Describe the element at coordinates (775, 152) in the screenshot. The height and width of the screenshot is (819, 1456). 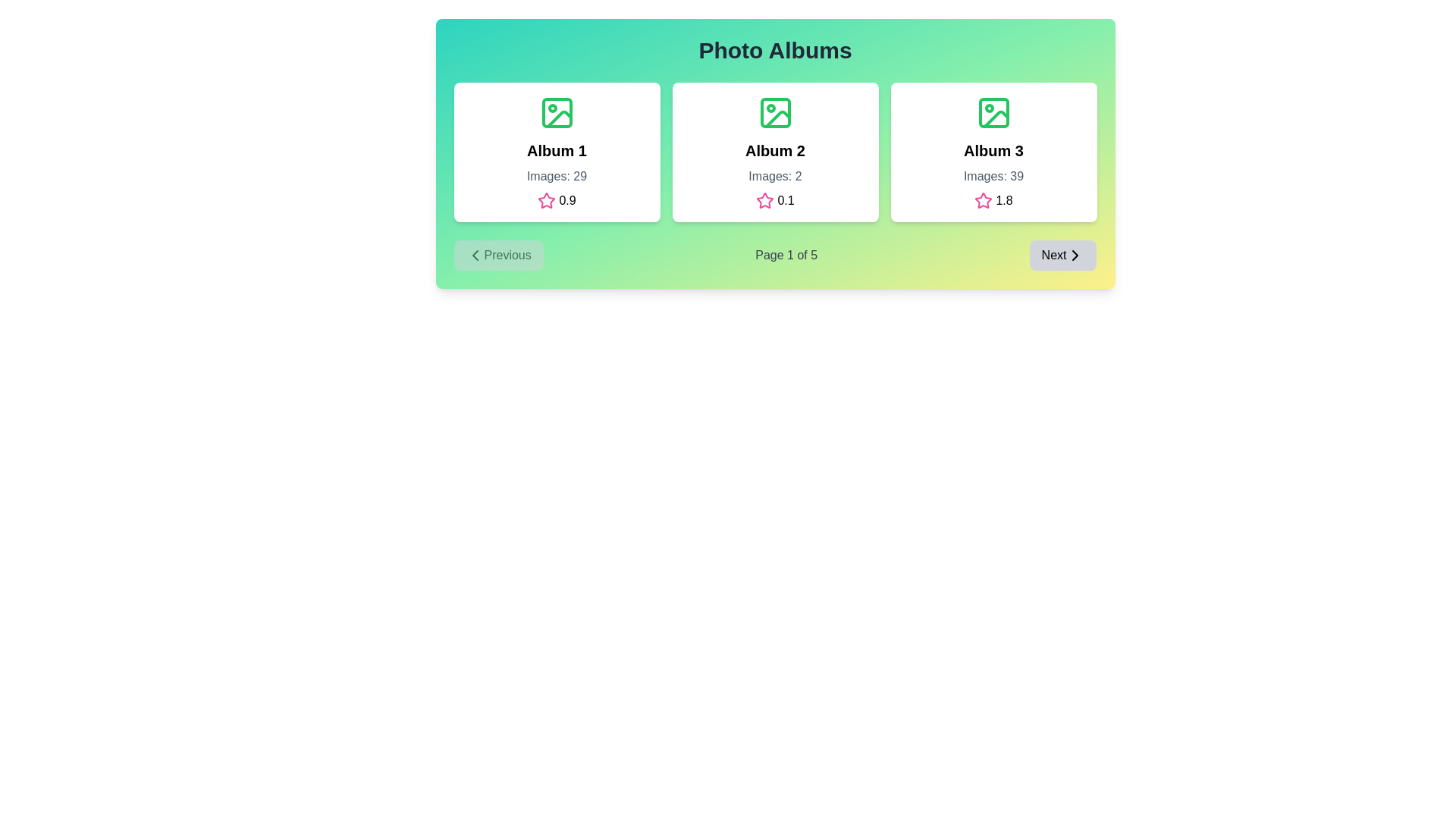
I see `the middle card element in the gallery interface` at that location.